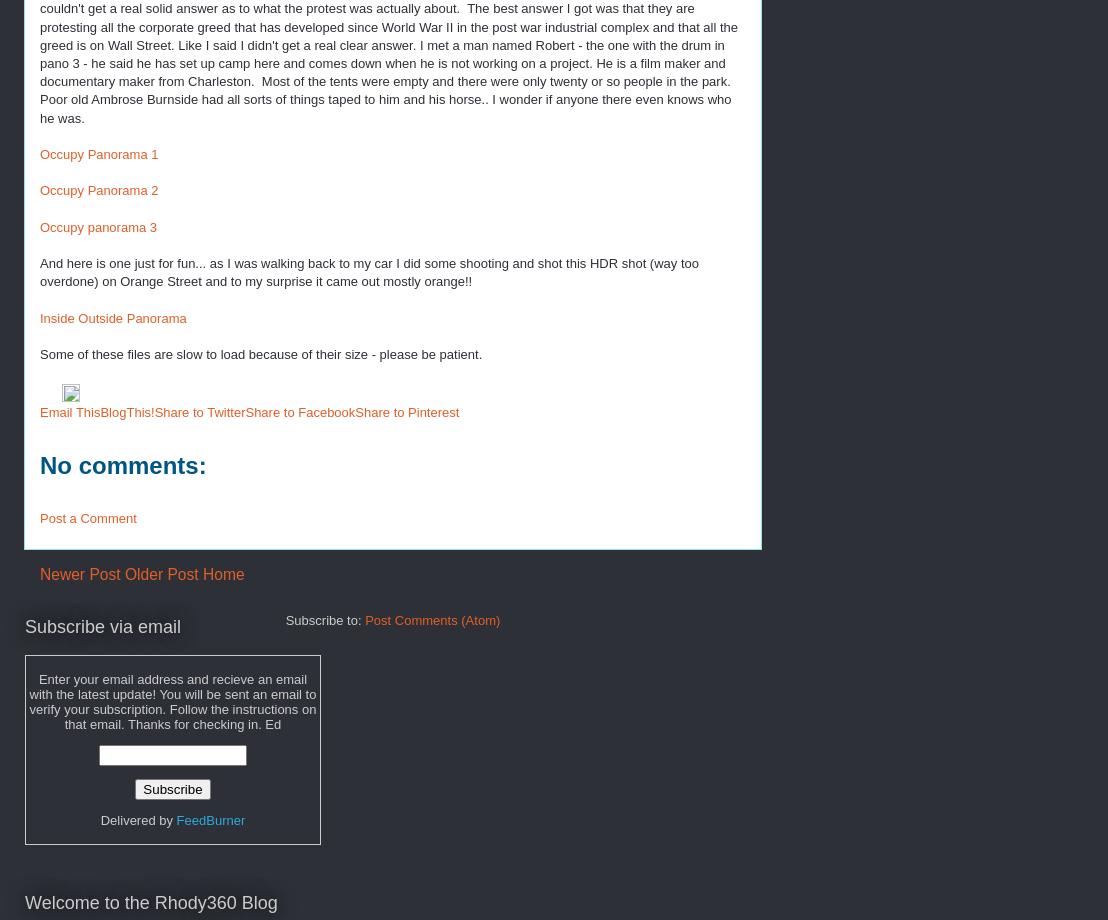 This screenshot has width=1108, height=920. I want to click on 'BlogThis!', so click(126, 410).